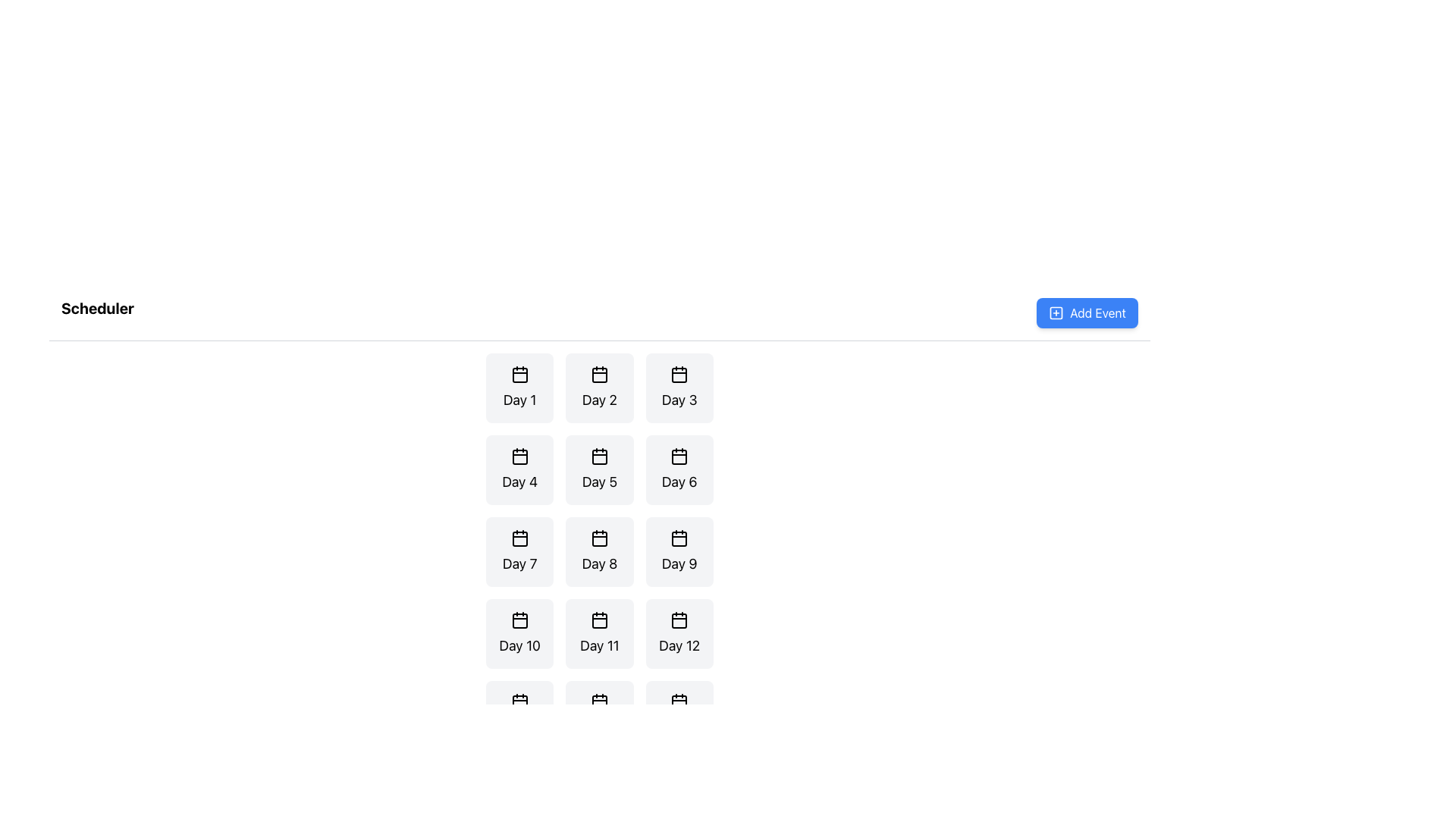 The height and width of the screenshot is (819, 1456). I want to click on the calendar icon embedded in the 'Day 4' button, so click(519, 455).